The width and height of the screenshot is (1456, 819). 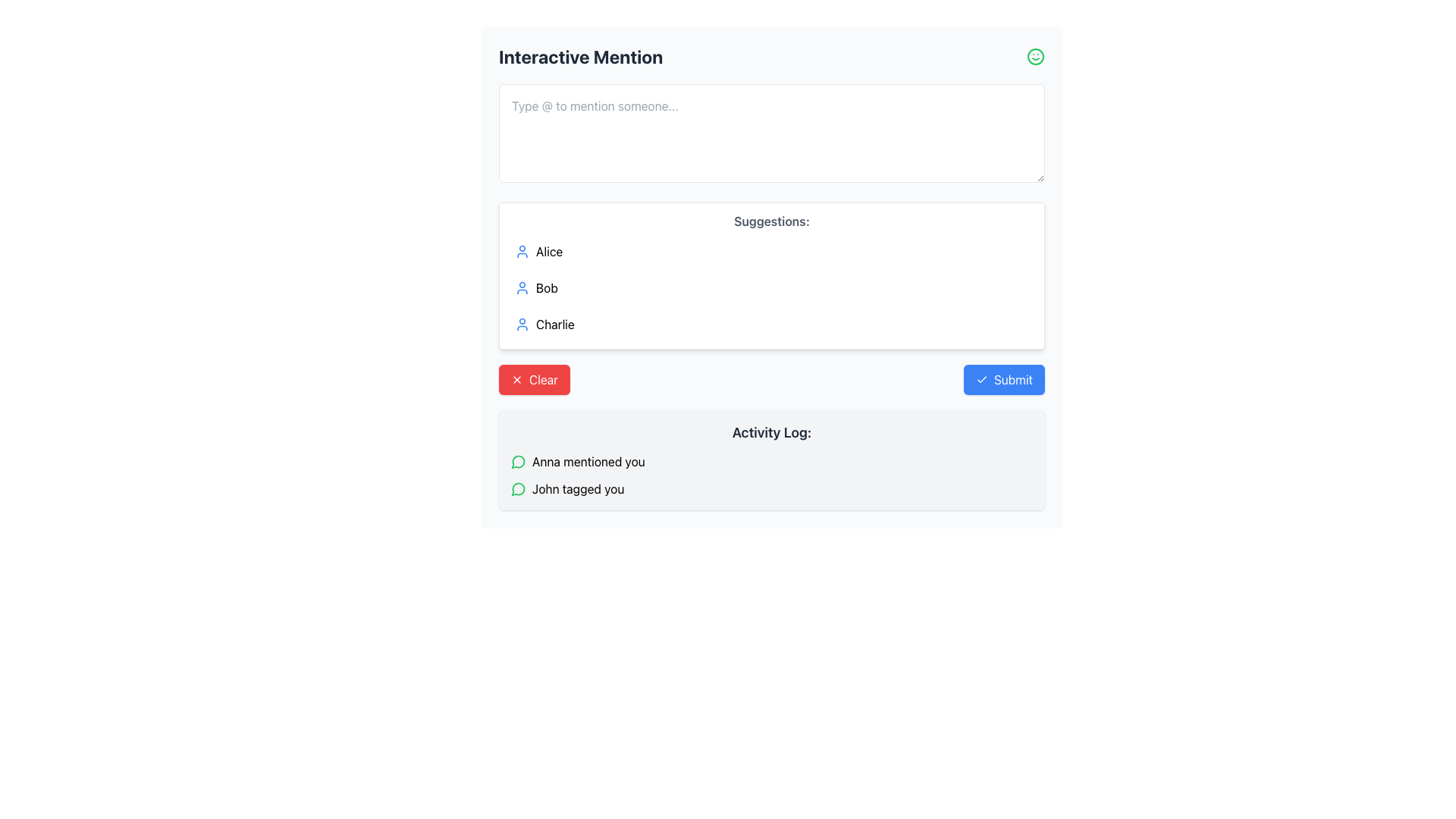 What do you see at coordinates (554, 324) in the screenshot?
I see `the text label 'Charlie' in the suggestion list under the 'Suggestions' heading` at bounding box center [554, 324].